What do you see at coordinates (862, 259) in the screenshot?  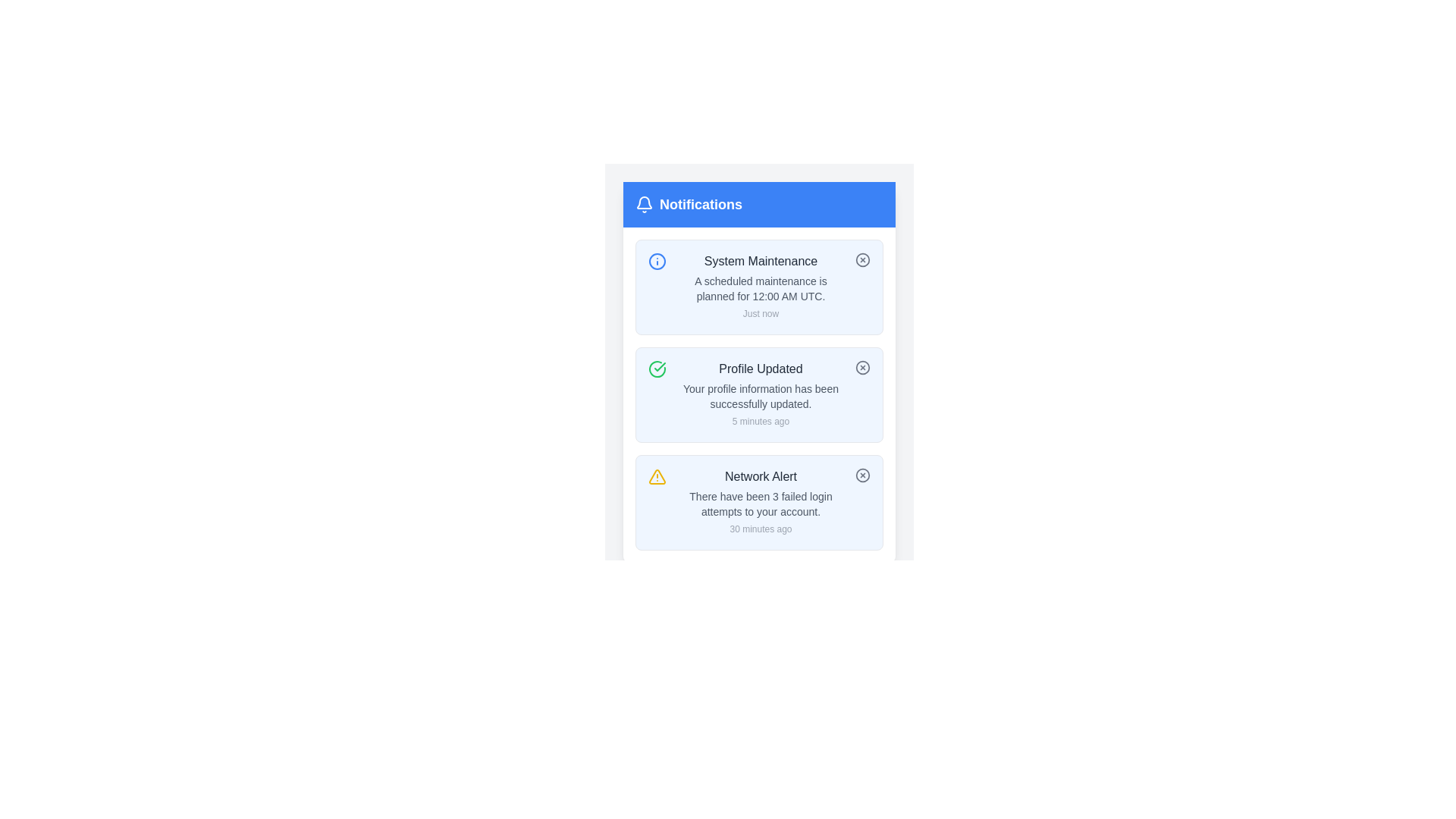 I see `or inspect the icon associated with the decorative circle in the 'System Maintenance' notification card, located at the top-right of the card` at bounding box center [862, 259].